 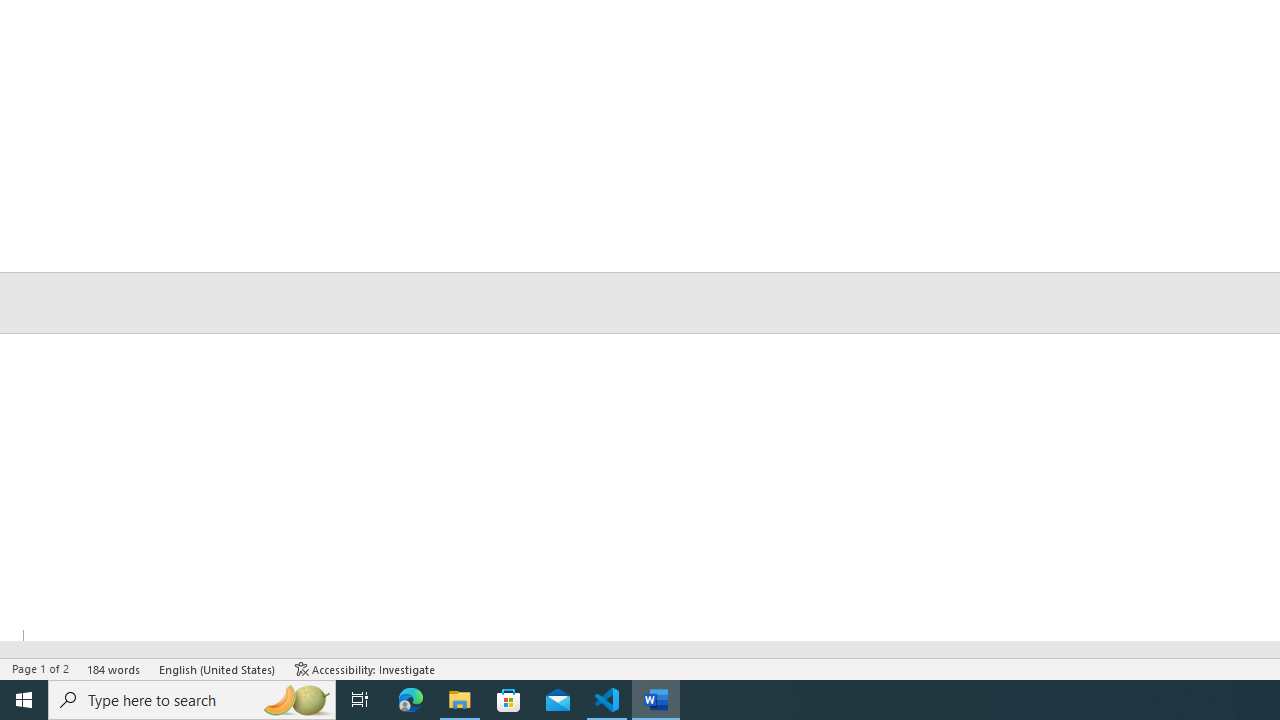 What do you see at coordinates (218, 669) in the screenshot?
I see `'Language English (United States)'` at bounding box center [218, 669].